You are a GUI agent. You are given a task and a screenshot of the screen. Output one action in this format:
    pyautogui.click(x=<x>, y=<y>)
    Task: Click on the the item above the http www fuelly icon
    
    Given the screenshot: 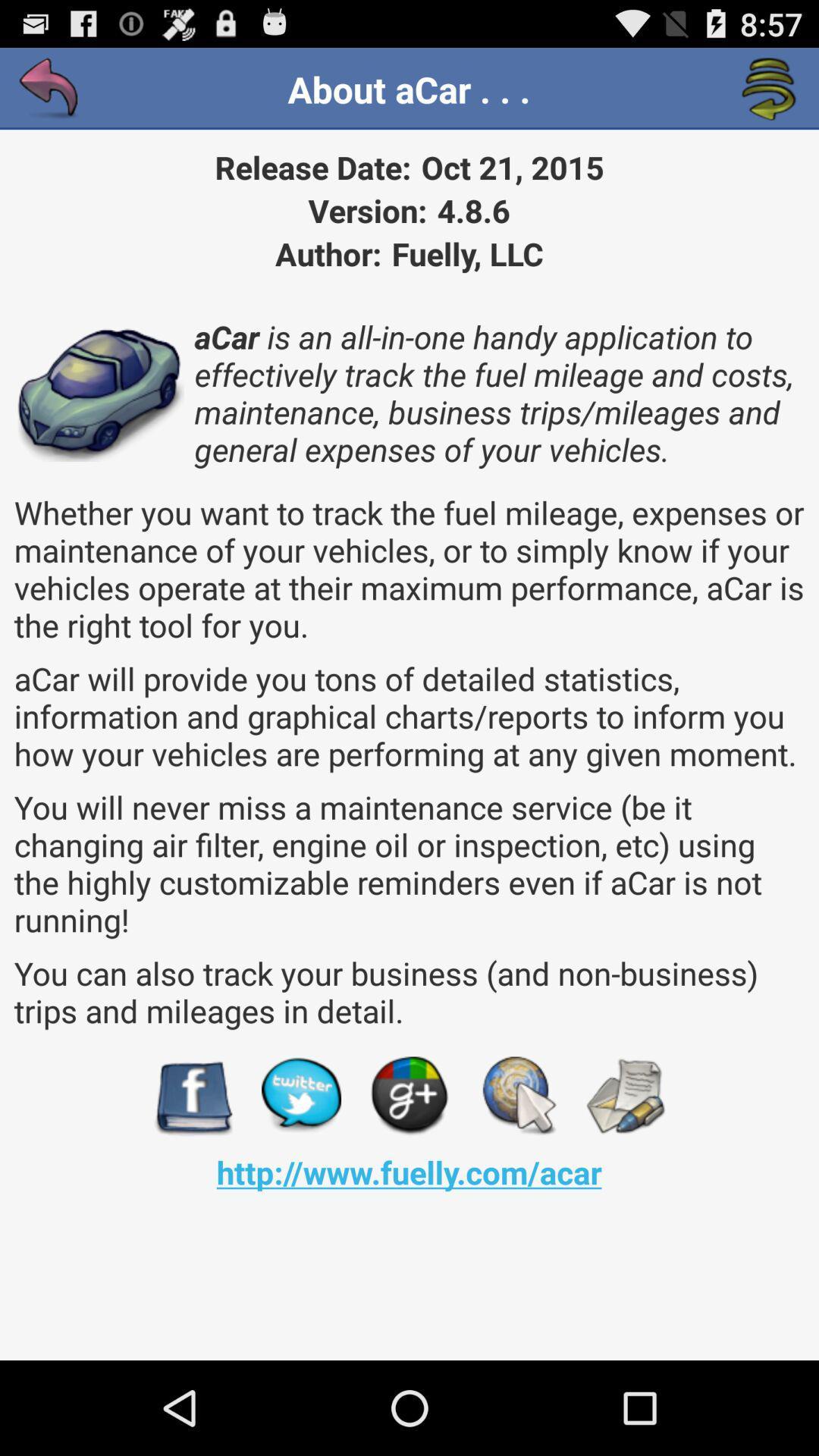 What is the action you would take?
    pyautogui.click(x=301, y=1096)
    